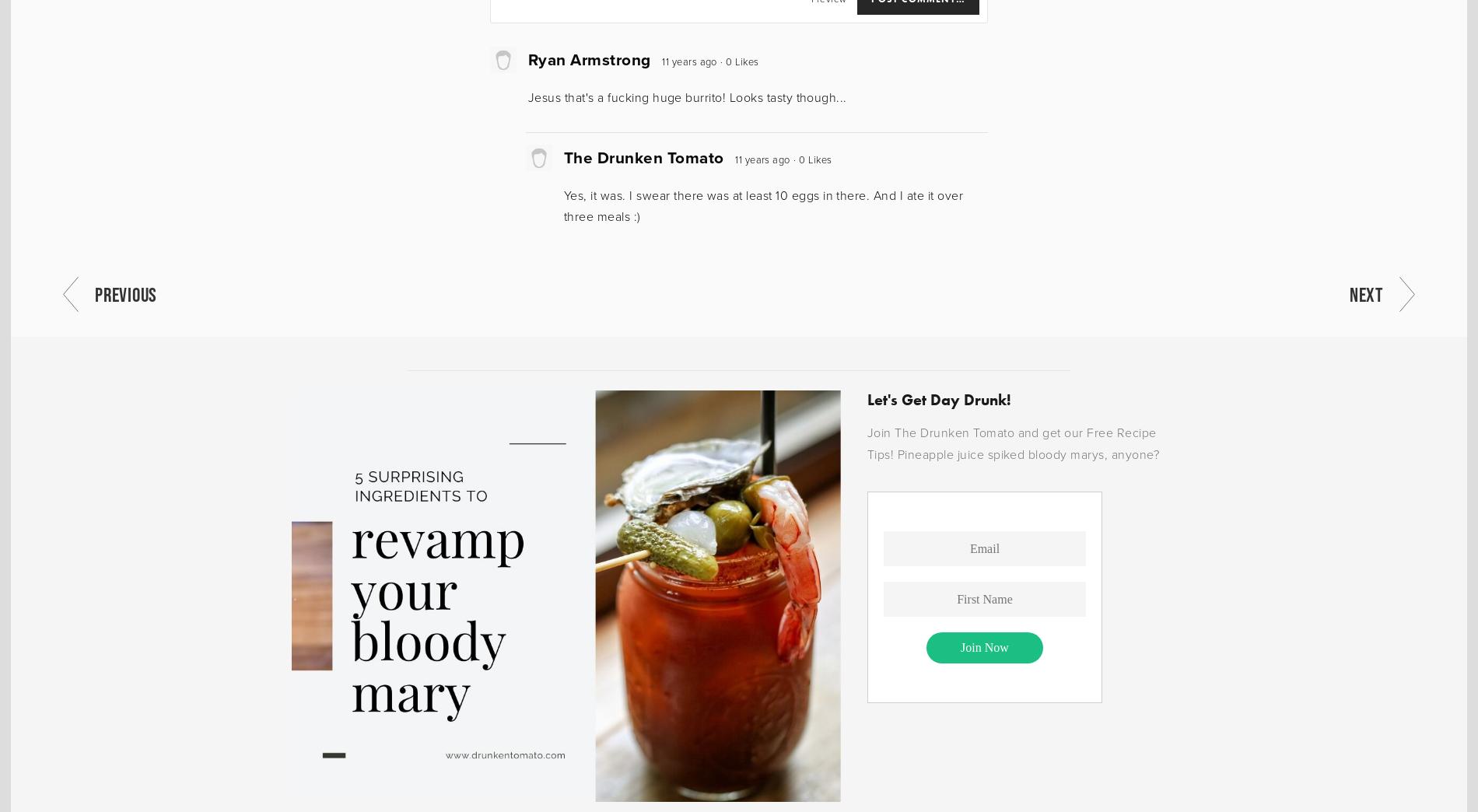 The width and height of the screenshot is (1478, 812). Describe the element at coordinates (686, 97) in the screenshot. I see `'Jesus that's a fucking huge burrito! Looks tasty though...'` at that location.